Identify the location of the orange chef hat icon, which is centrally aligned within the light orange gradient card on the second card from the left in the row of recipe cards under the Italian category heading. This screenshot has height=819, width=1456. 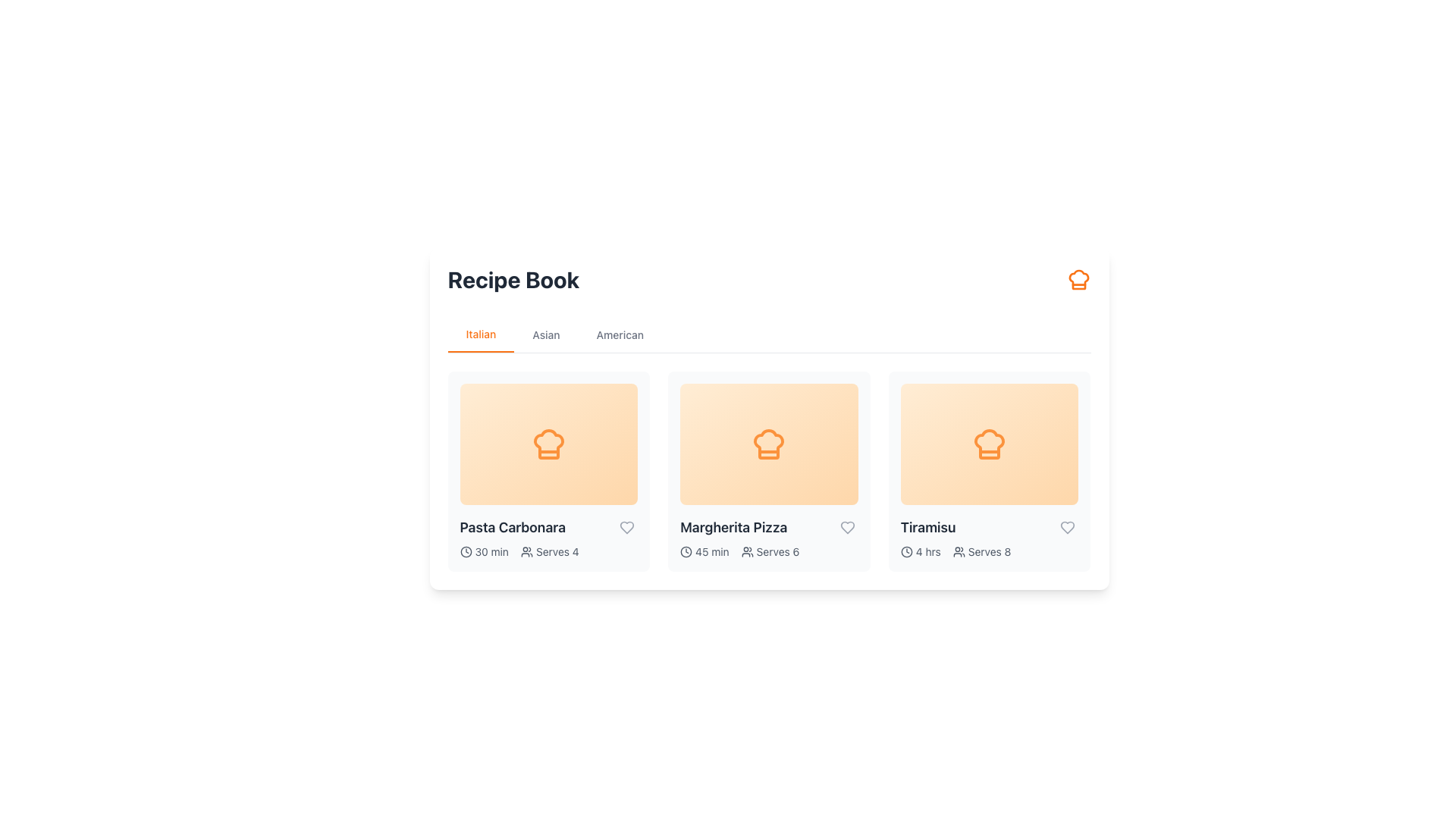
(769, 444).